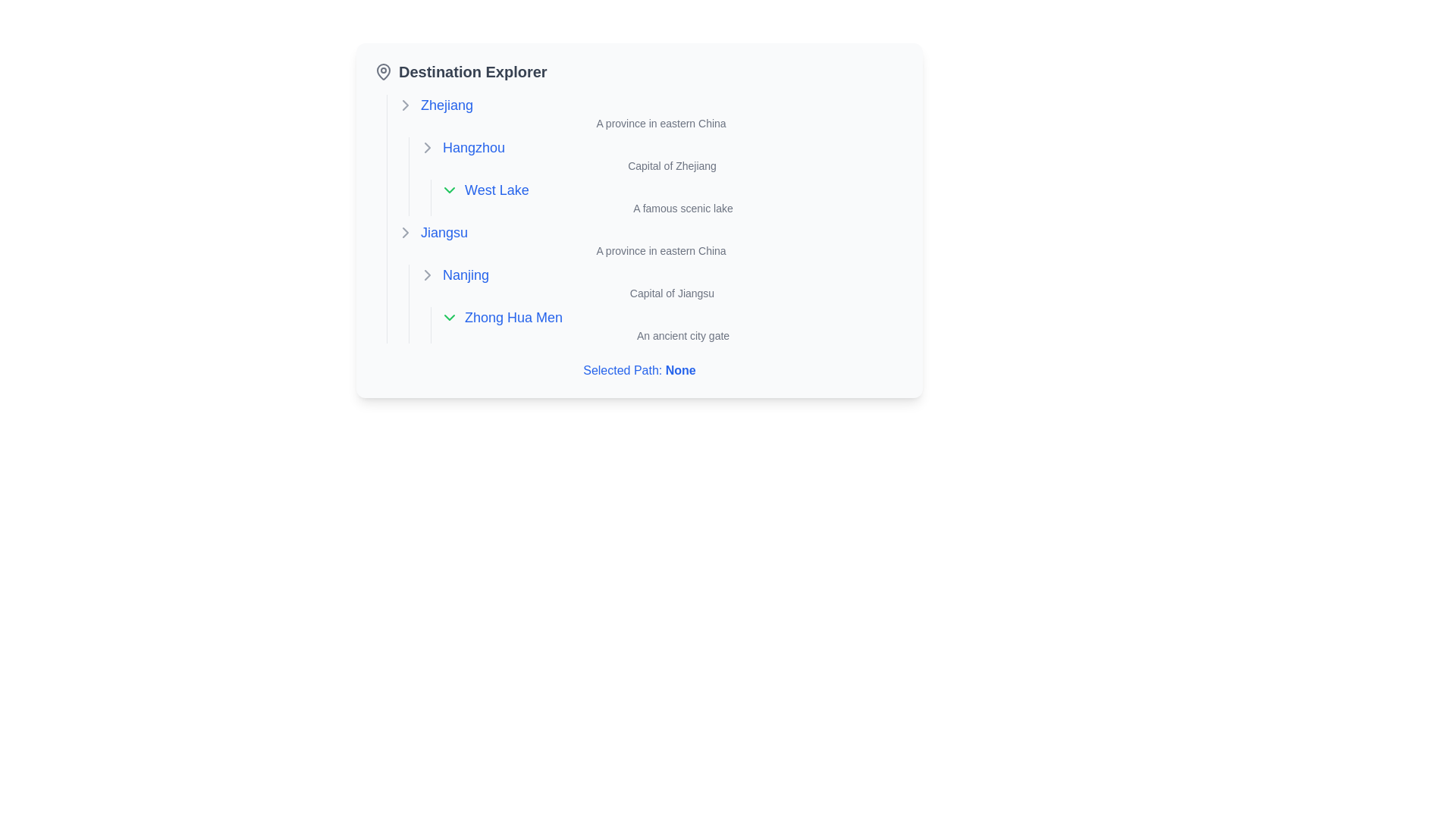 The height and width of the screenshot is (819, 1456). I want to click on the Text Label that describes 'Nanjing', indicating its status as the capital of Jiangsu, located under the header 'Jiangsu' in the 'Destination Explorer' section, so click(656, 304).